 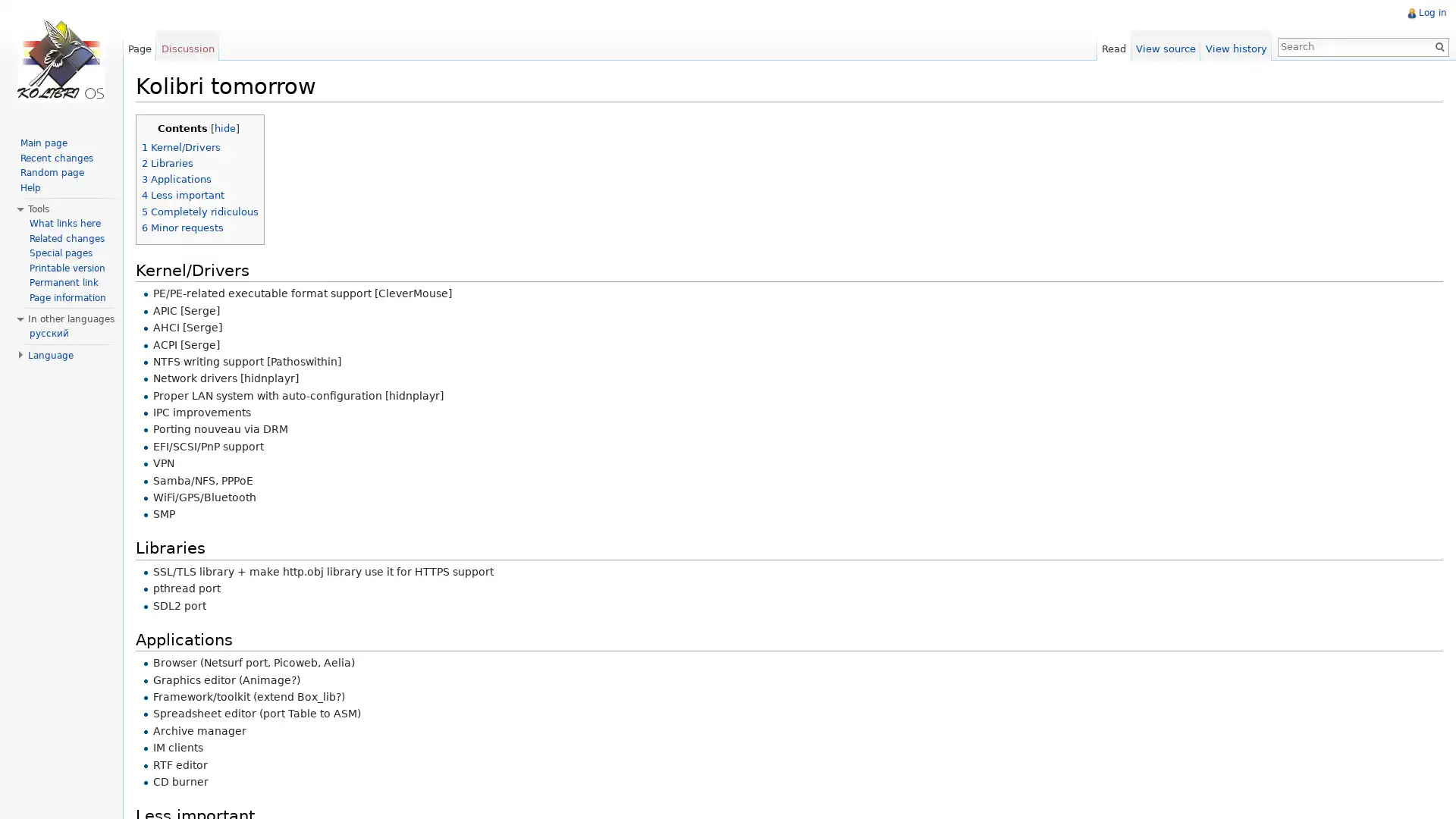 I want to click on In other languages, so click(x=71, y=318).